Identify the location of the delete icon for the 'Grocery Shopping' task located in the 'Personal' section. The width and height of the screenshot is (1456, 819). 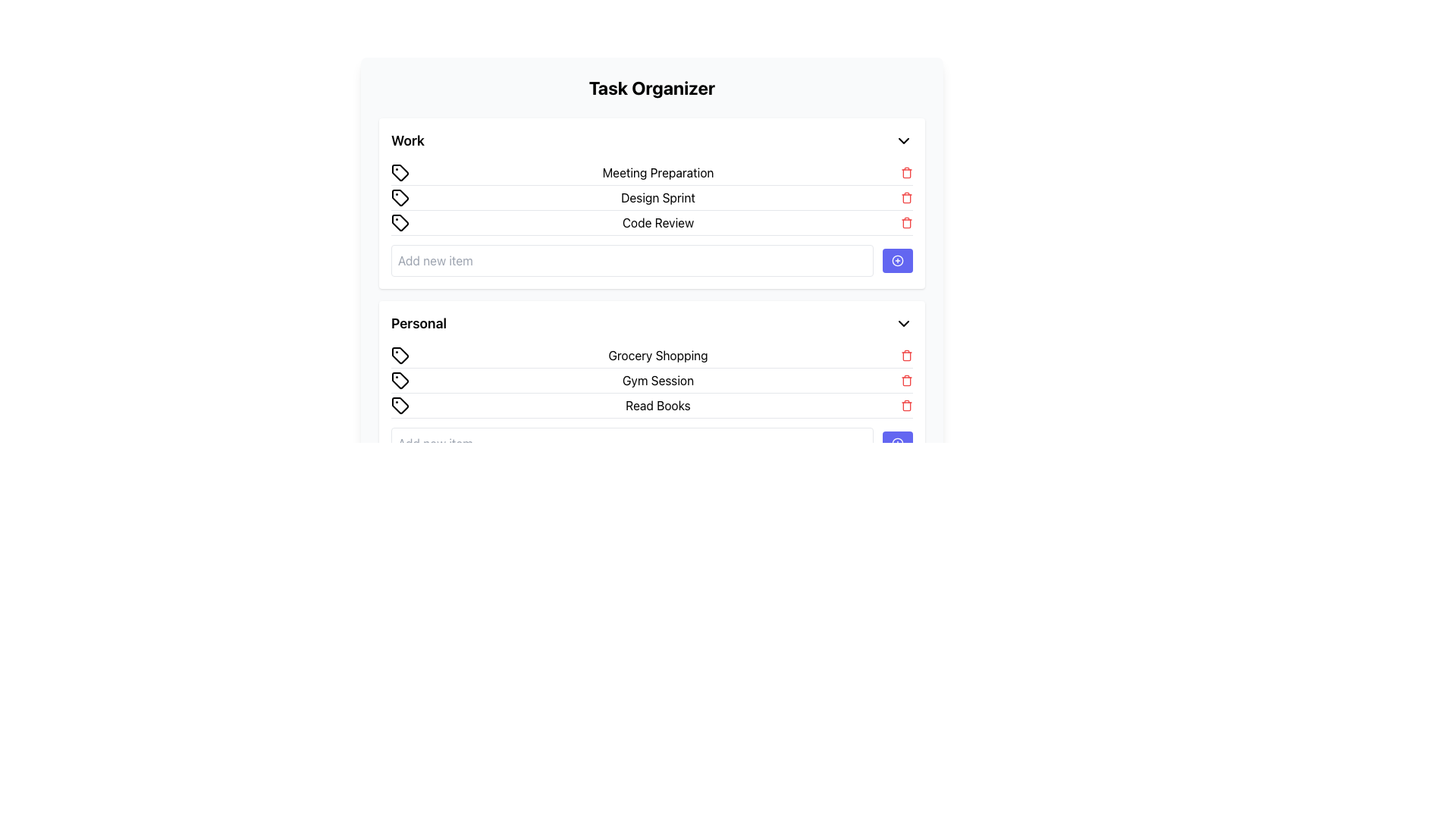
(906, 356).